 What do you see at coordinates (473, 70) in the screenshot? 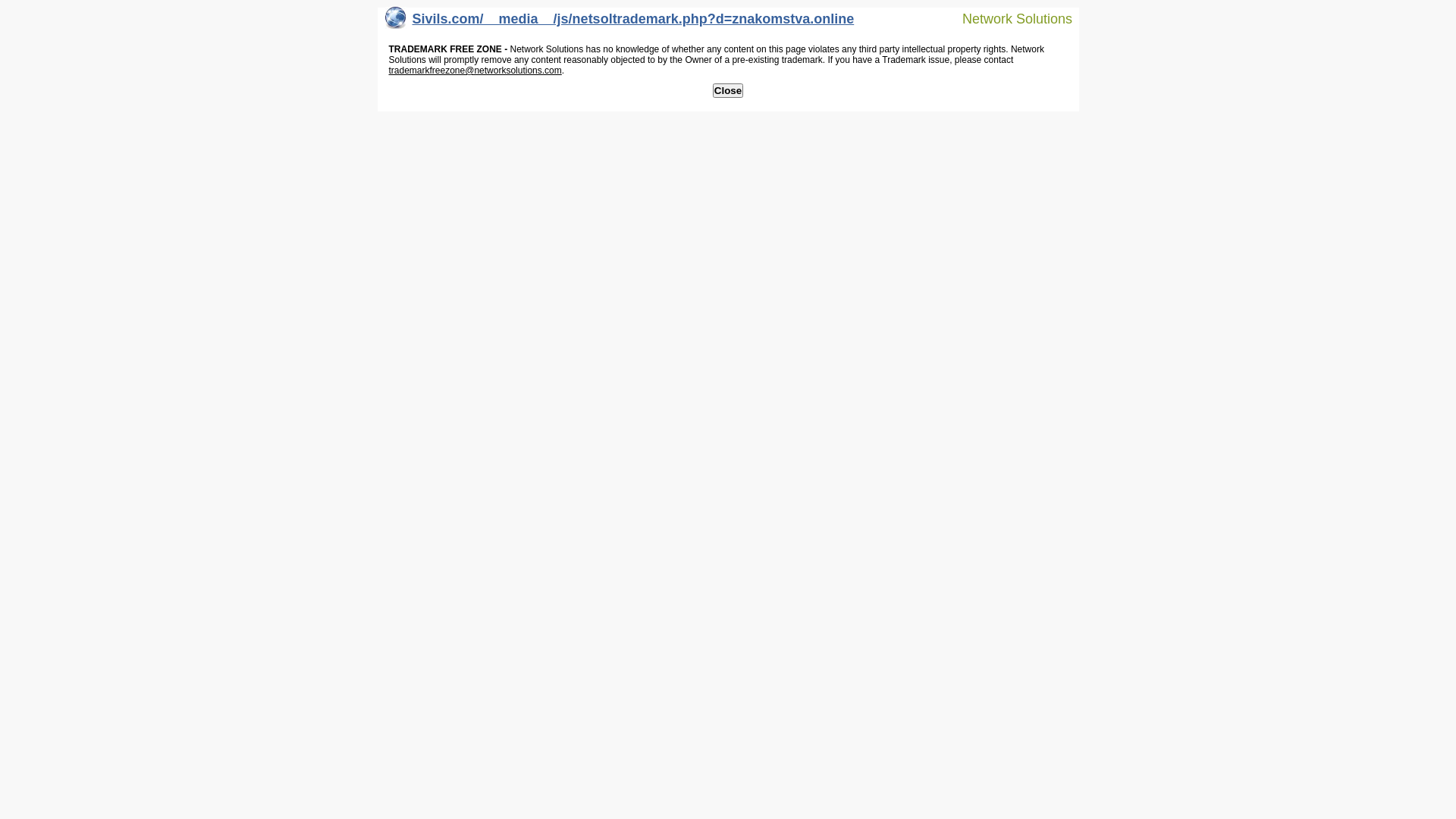
I see `'trademarkfreezone@networksolutions.com'` at bounding box center [473, 70].